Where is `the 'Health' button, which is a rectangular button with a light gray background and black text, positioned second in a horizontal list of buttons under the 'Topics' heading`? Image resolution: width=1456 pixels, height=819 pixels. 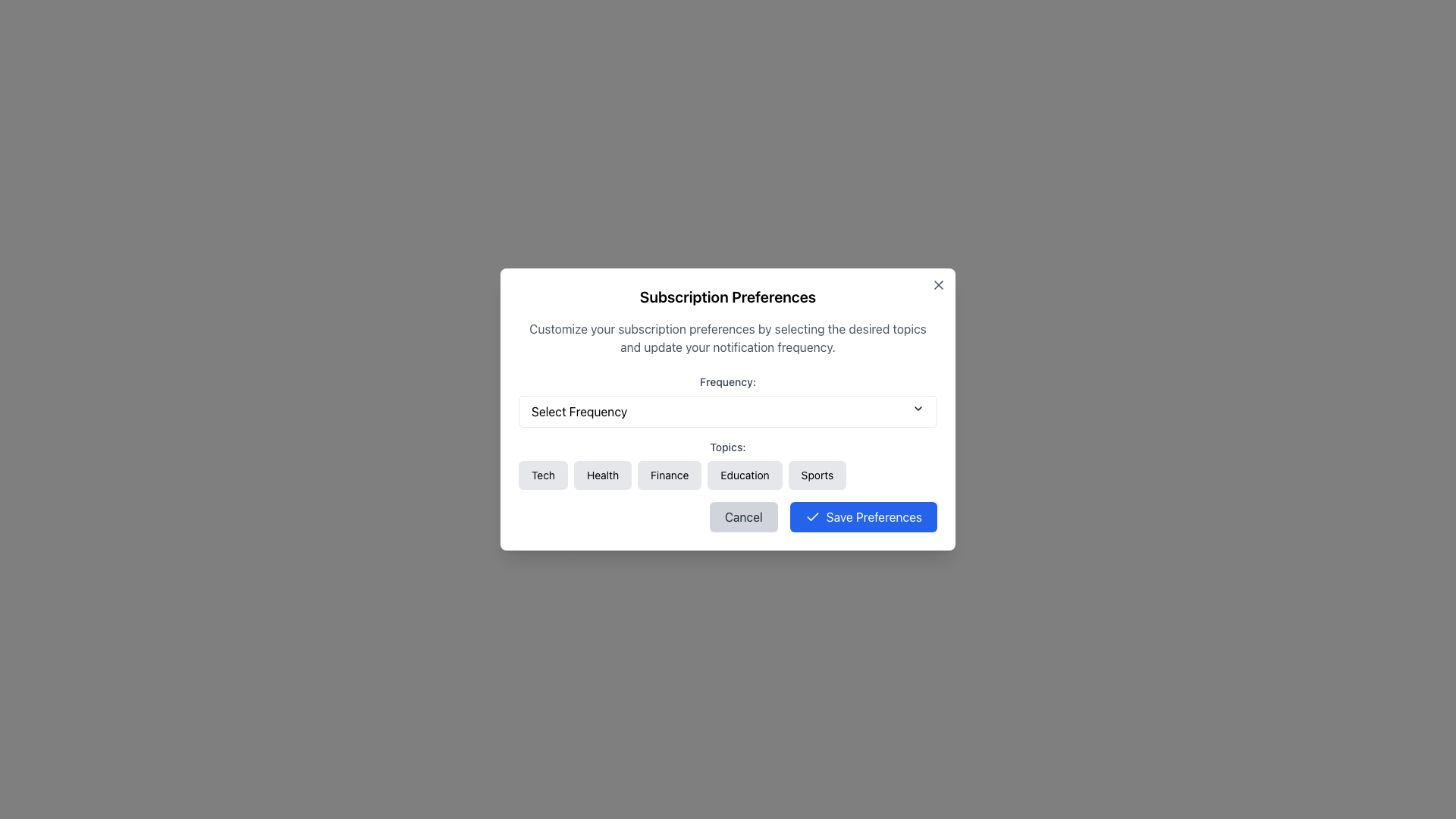
the 'Health' button, which is a rectangular button with a light gray background and black text, positioned second in a horizontal list of buttons under the 'Topics' heading is located at coordinates (602, 475).